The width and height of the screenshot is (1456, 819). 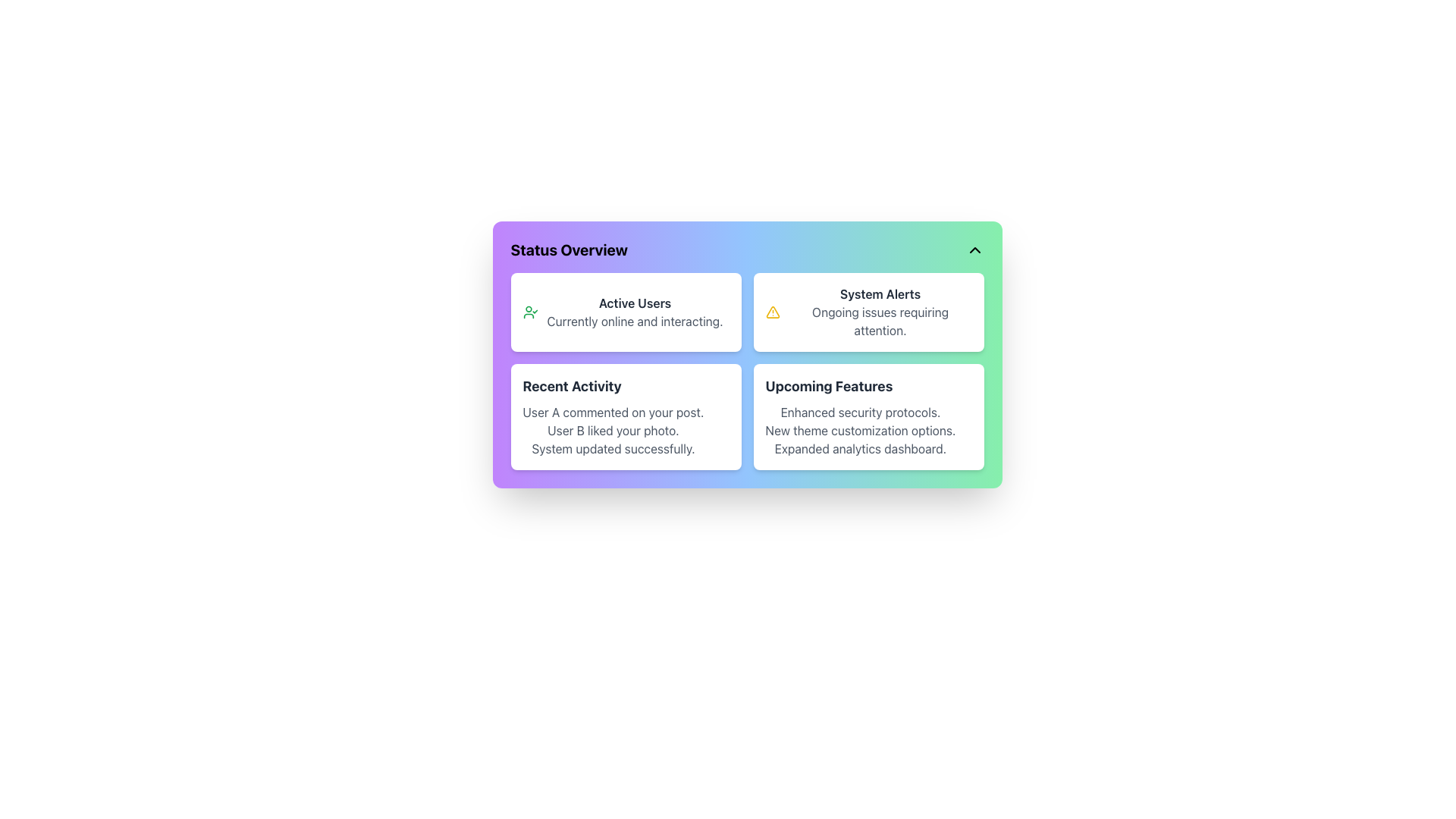 What do you see at coordinates (571, 385) in the screenshot?
I see `the 'Recent Activity' static text label styled in bold and large font, located at the top of a white, rounded rectangle card in the bottom-left quadrant of the layout` at bounding box center [571, 385].